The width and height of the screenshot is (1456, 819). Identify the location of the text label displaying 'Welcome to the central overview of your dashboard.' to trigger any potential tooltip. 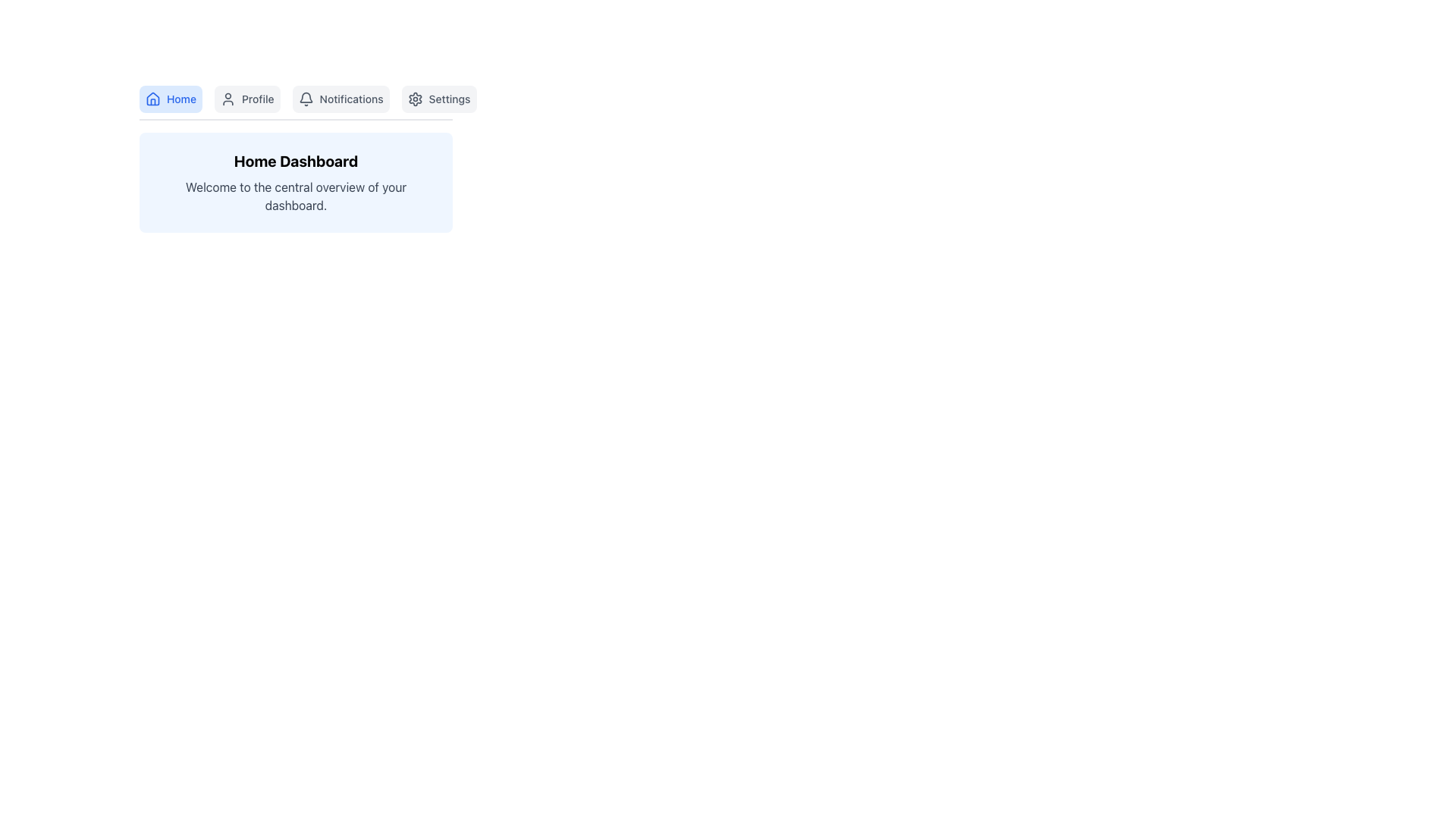
(296, 195).